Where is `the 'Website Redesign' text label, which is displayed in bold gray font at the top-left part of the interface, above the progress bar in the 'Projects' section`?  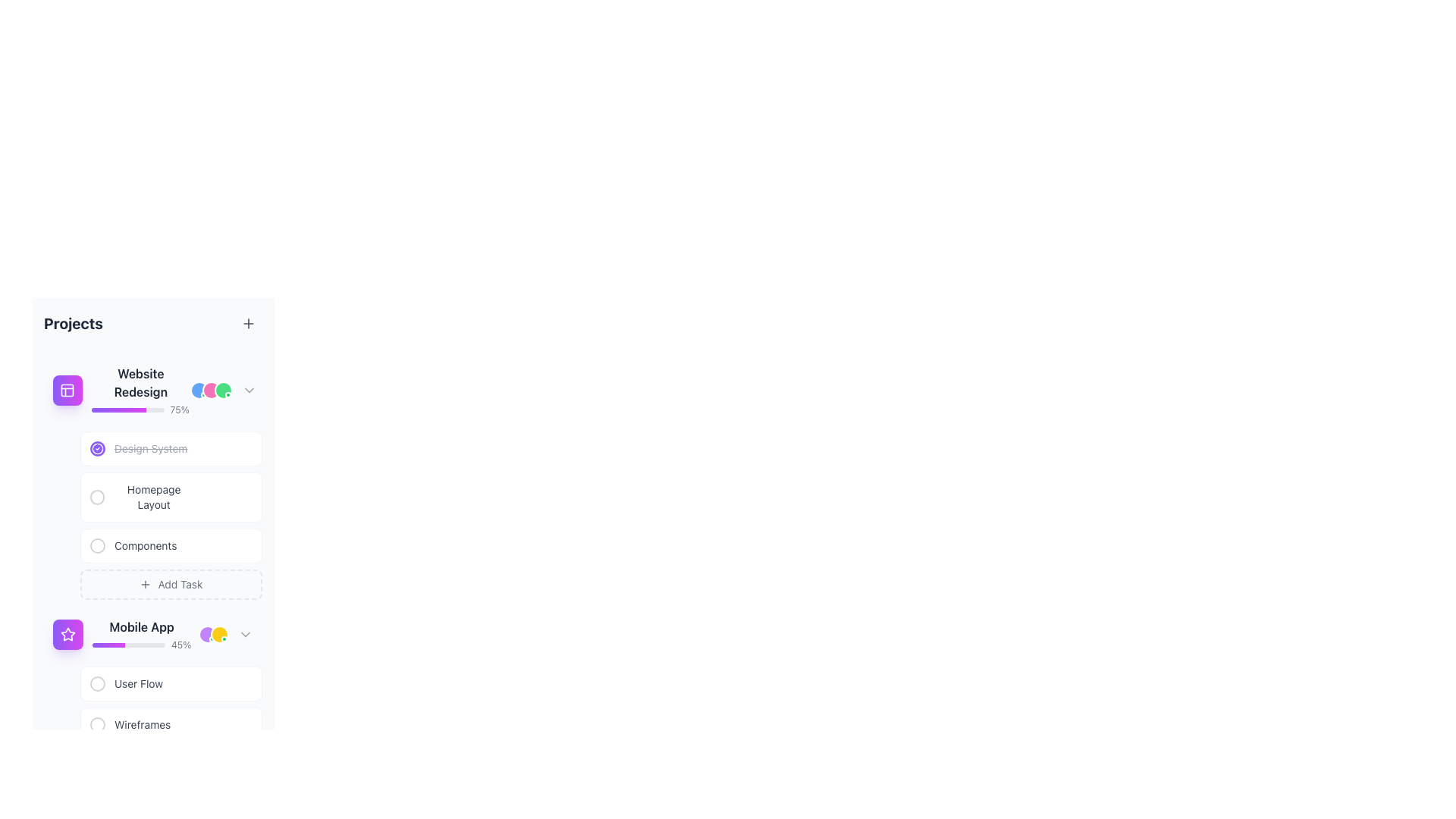 the 'Website Redesign' text label, which is displayed in bold gray font at the top-left part of the interface, above the progress bar in the 'Projects' section is located at coordinates (140, 382).